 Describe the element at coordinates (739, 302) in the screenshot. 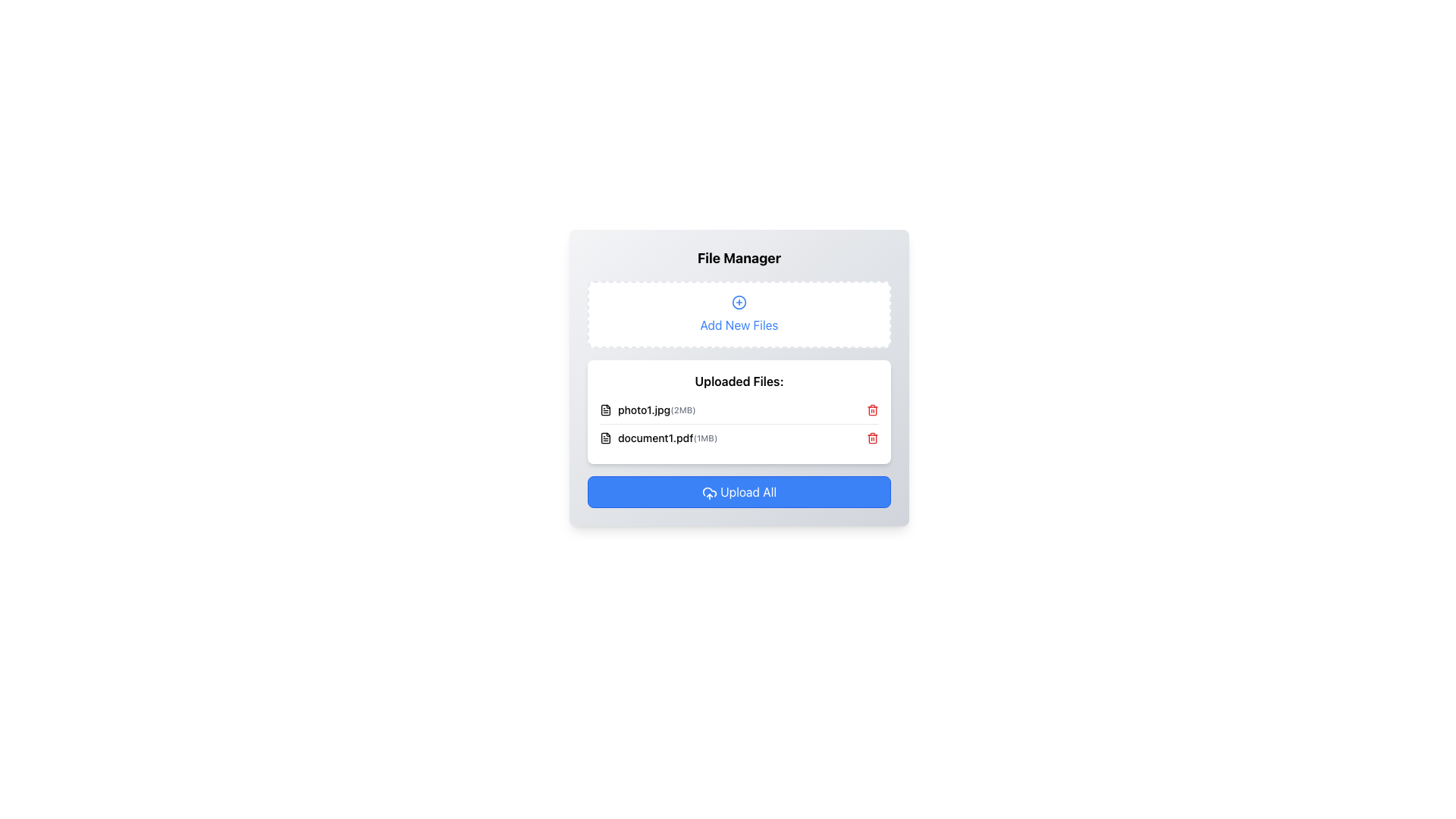

I see `the circular icon with a plus sign located in the 'Add New Files' section, which is centered horizontally near the top edge` at that location.